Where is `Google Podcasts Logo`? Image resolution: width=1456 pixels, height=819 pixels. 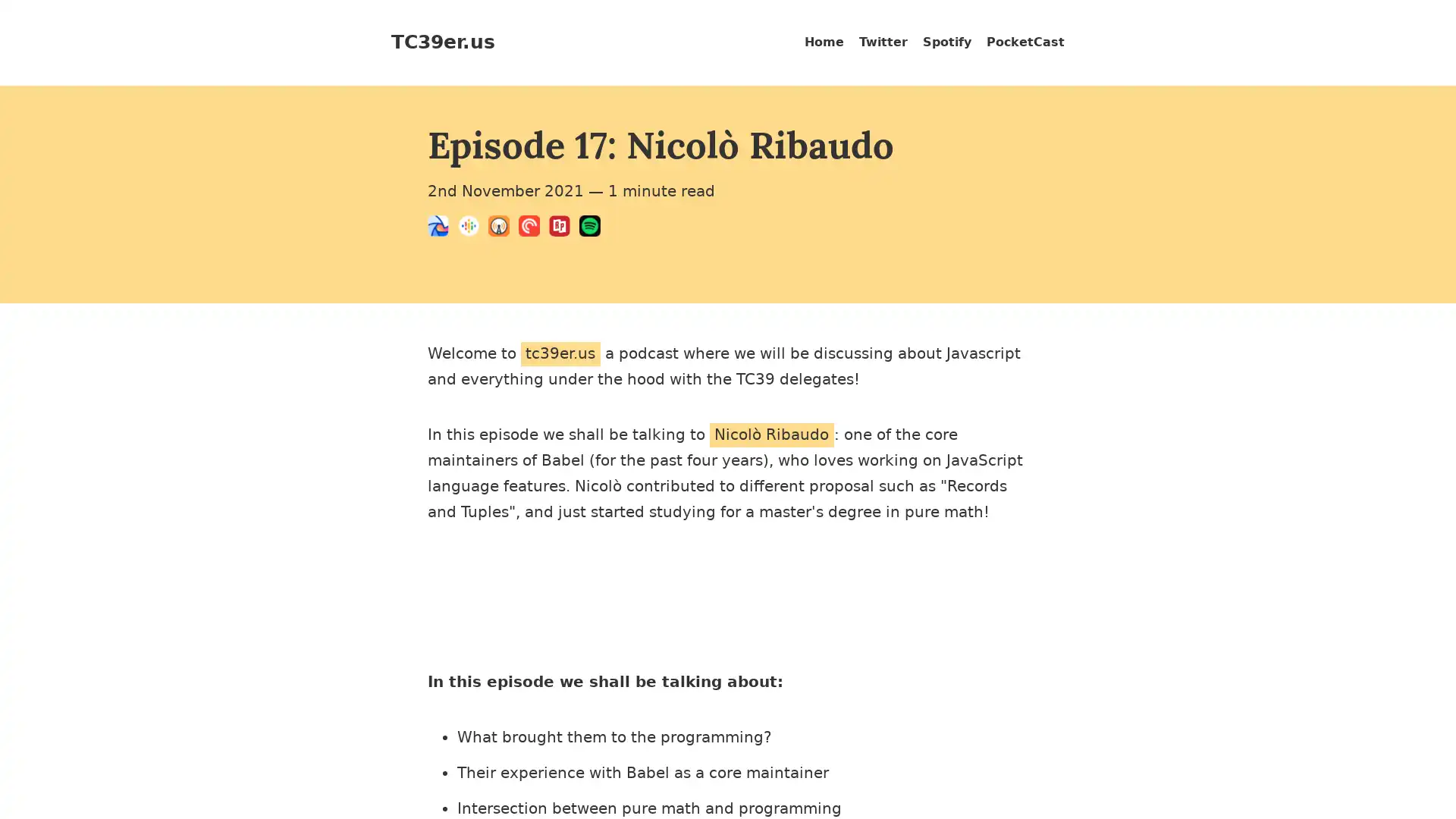 Google Podcasts Logo is located at coordinates (472, 228).